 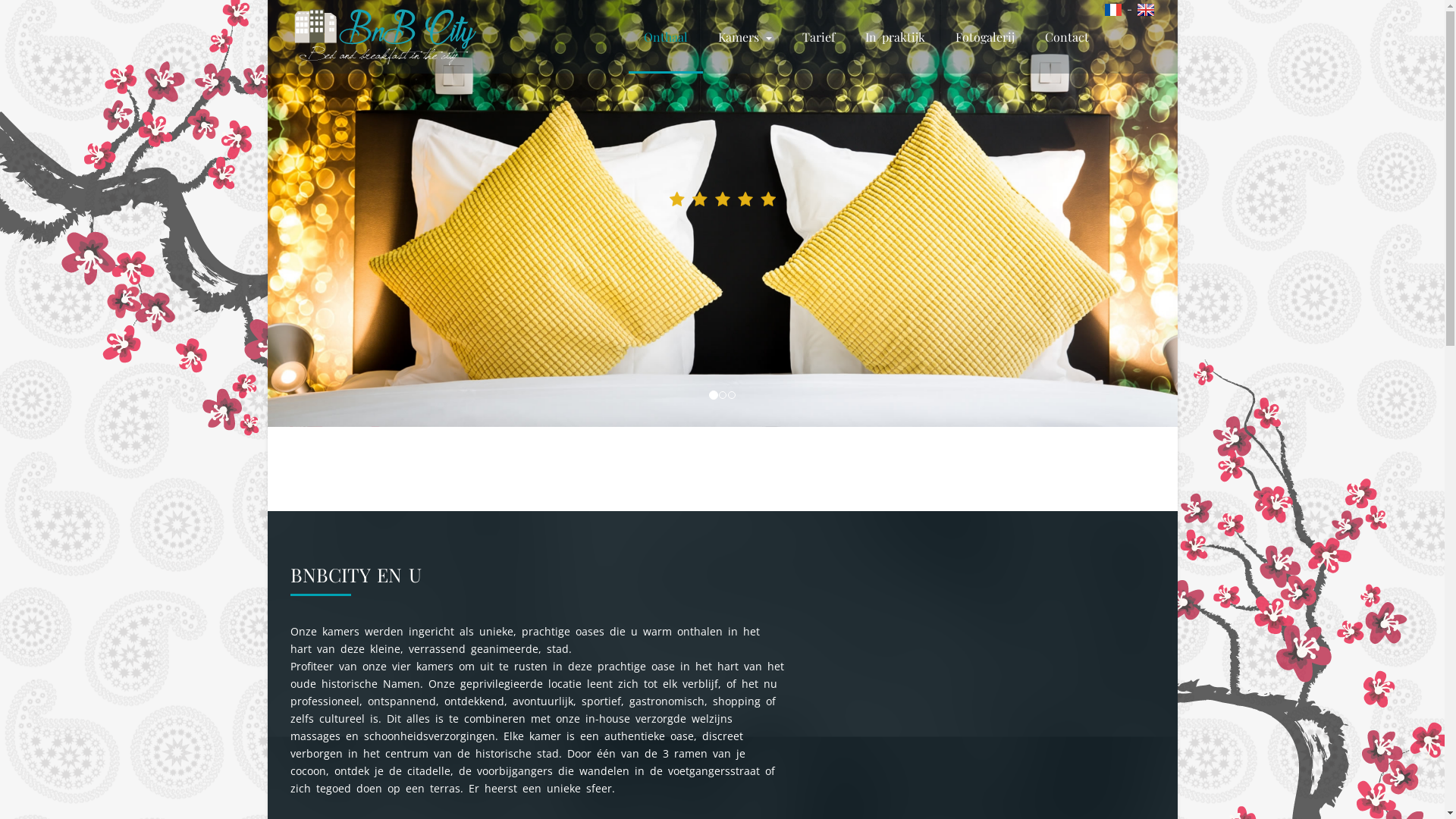 What do you see at coordinates (848, 36) in the screenshot?
I see `'In praktijk'` at bounding box center [848, 36].